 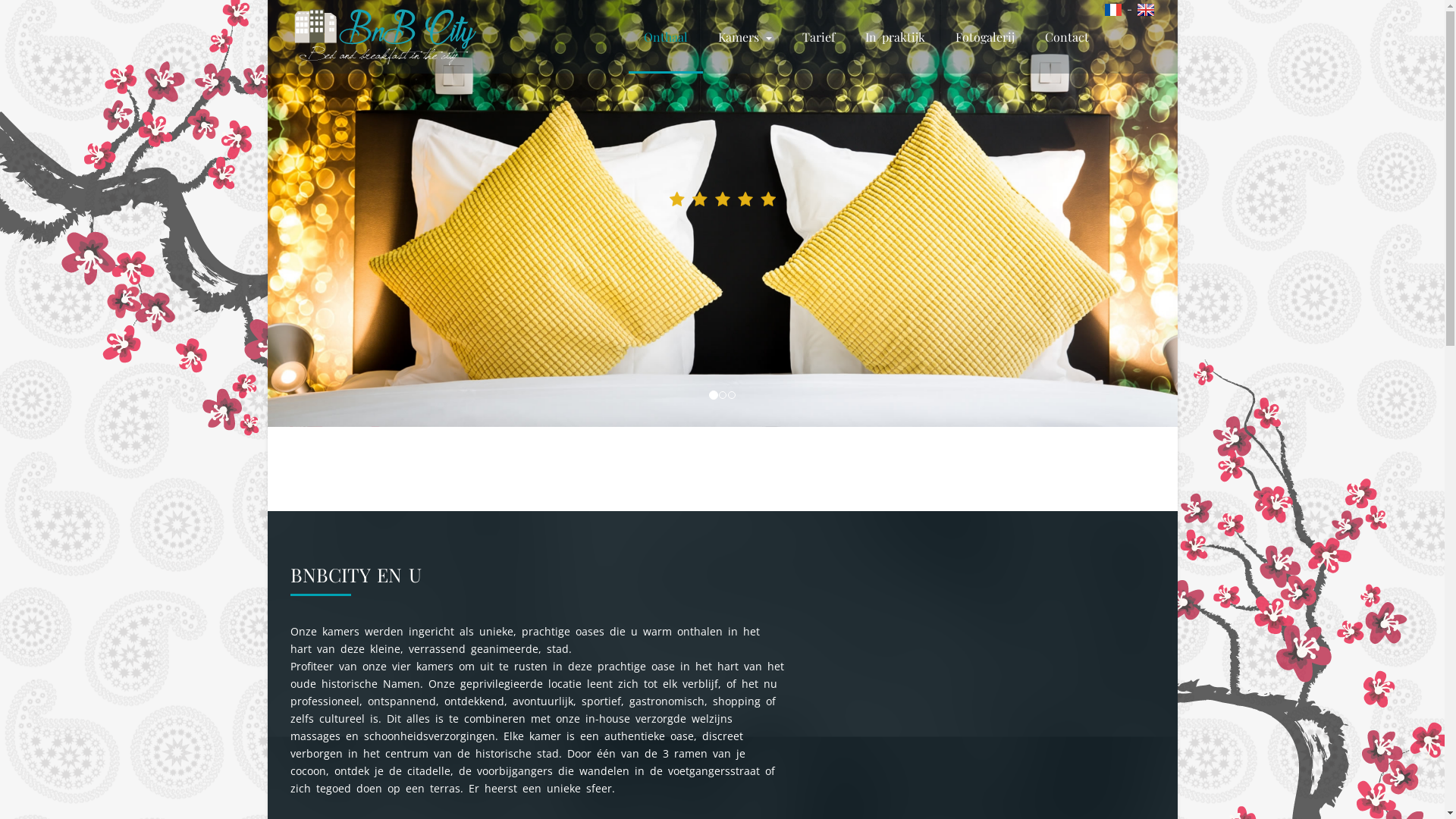 What do you see at coordinates (848, 36) in the screenshot?
I see `'In praktijk'` at bounding box center [848, 36].